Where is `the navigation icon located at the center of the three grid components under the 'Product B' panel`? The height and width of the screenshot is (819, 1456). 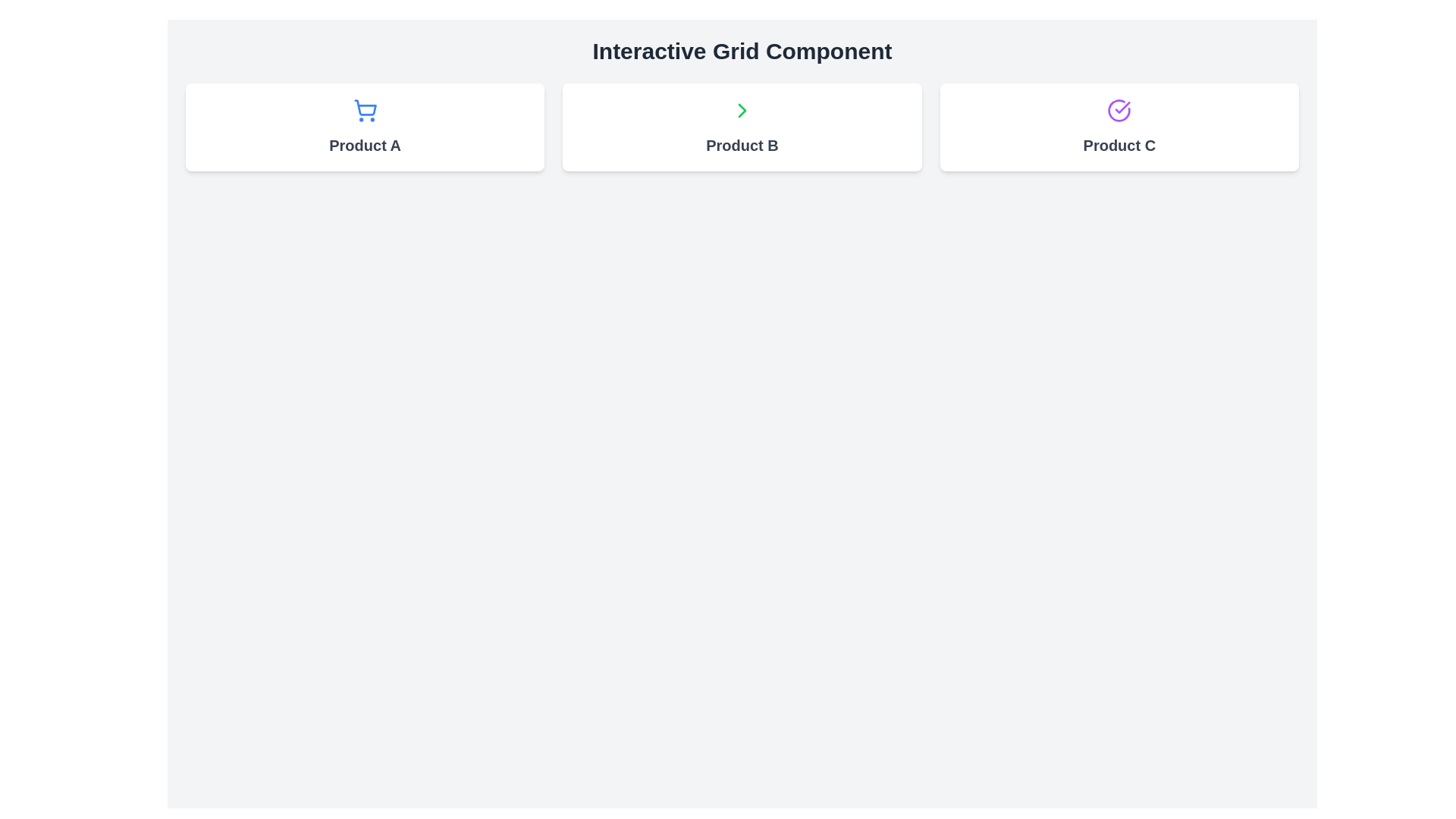 the navigation icon located at the center of the three grid components under the 'Product B' panel is located at coordinates (742, 110).